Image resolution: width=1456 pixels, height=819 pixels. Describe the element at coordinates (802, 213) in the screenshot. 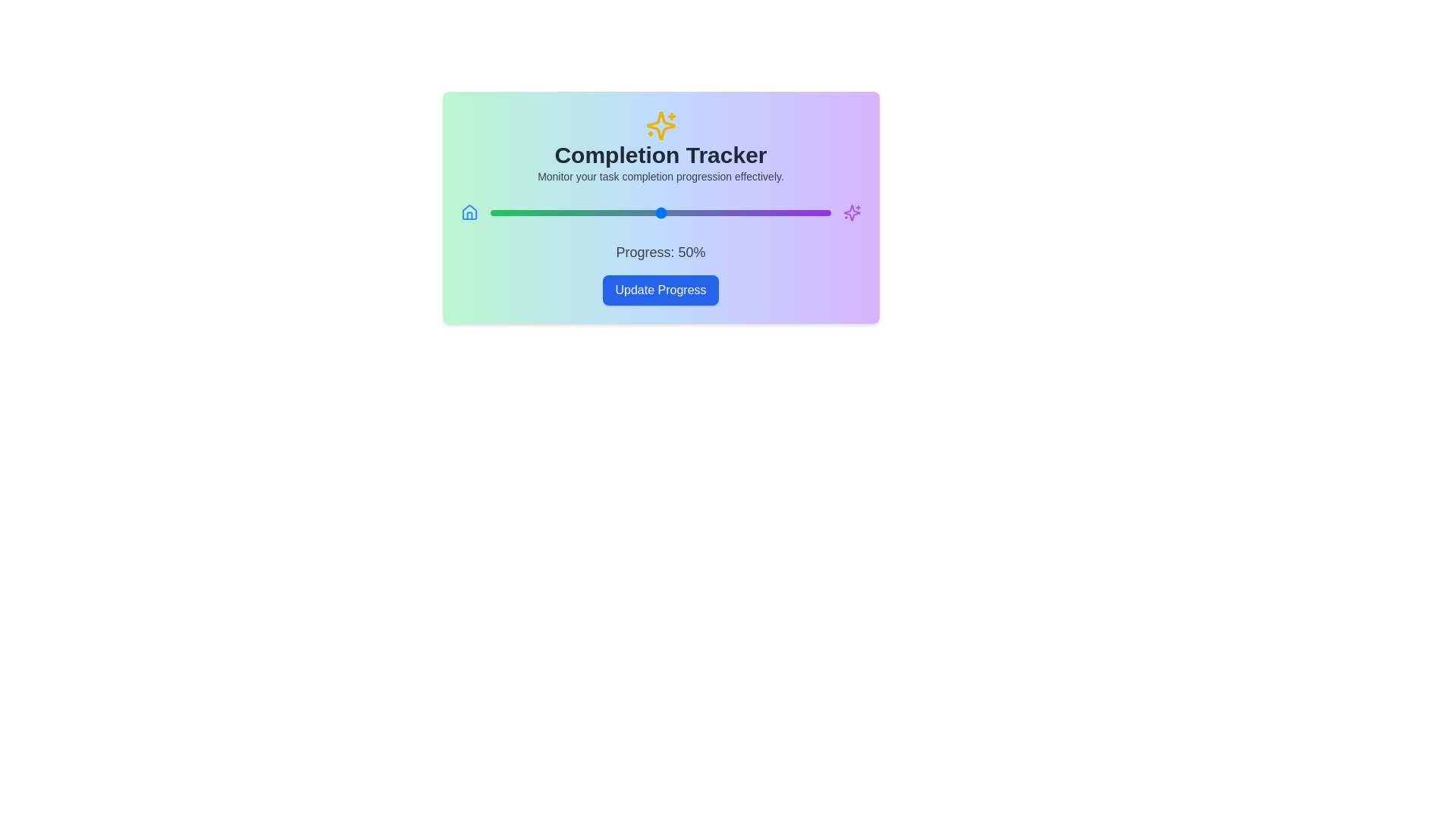

I see `the slider to set progress to 92%` at that location.